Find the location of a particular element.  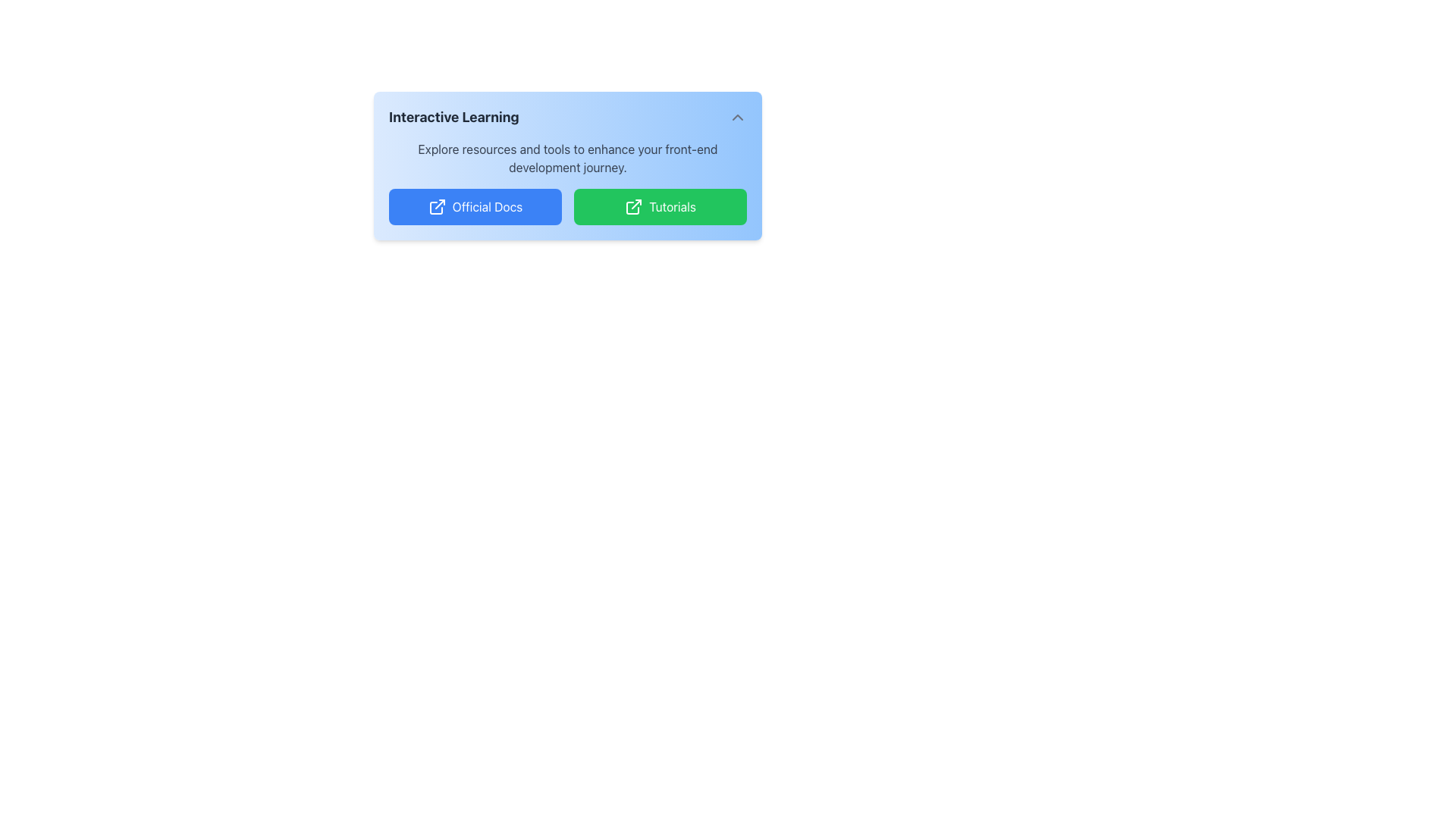

the gray block of text located immediately below the 'Interactive Learning' heading, which is centrally positioned above the 'Official Docs' and 'Tutorials' buttons is located at coordinates (566, 158).